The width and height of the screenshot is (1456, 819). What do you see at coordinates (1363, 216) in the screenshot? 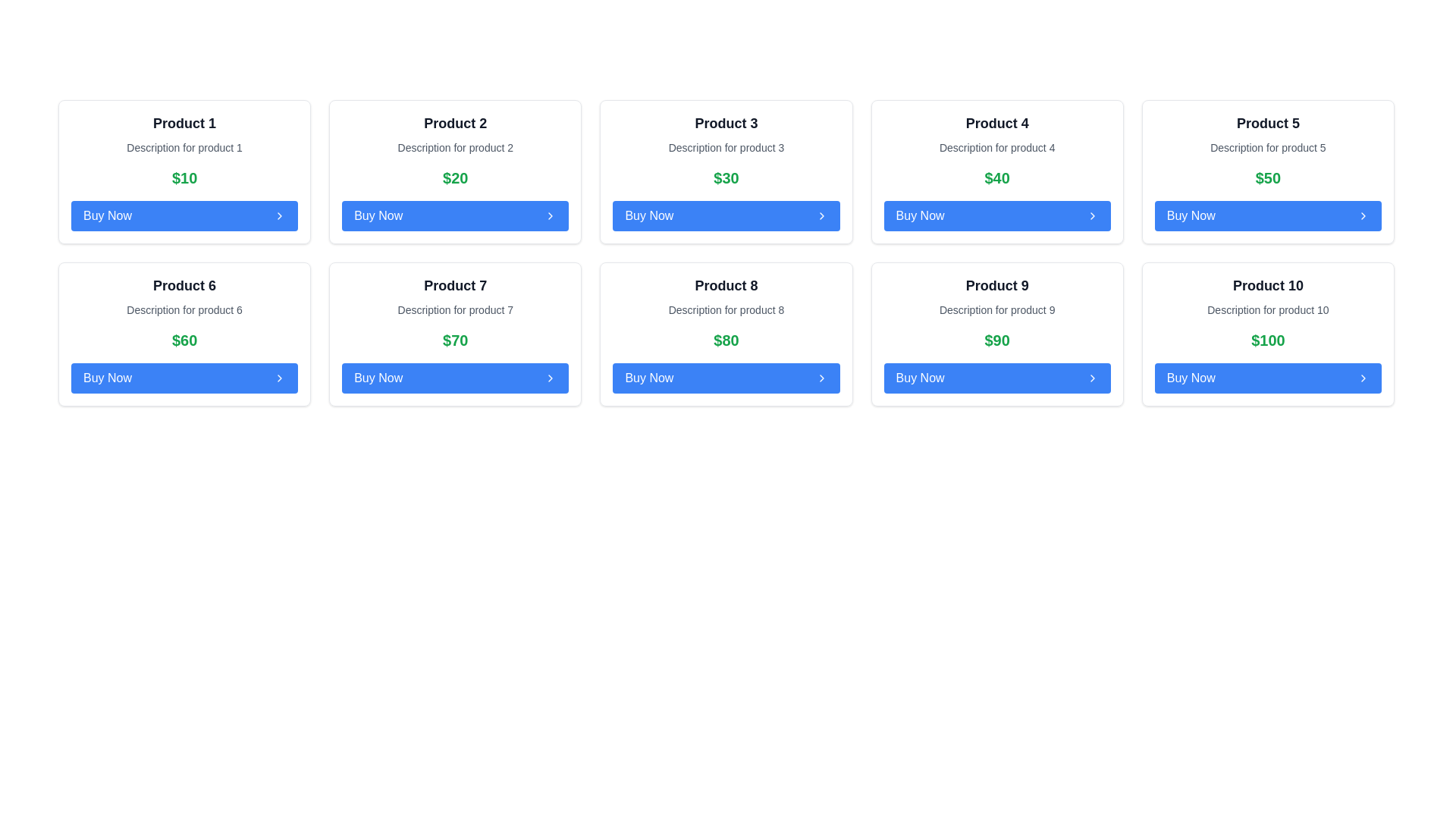
I see `the rightward-facing chevron icon located at the far-right end of the 'Buy Now' button for Product 5` at bounding box center [1363, 216].